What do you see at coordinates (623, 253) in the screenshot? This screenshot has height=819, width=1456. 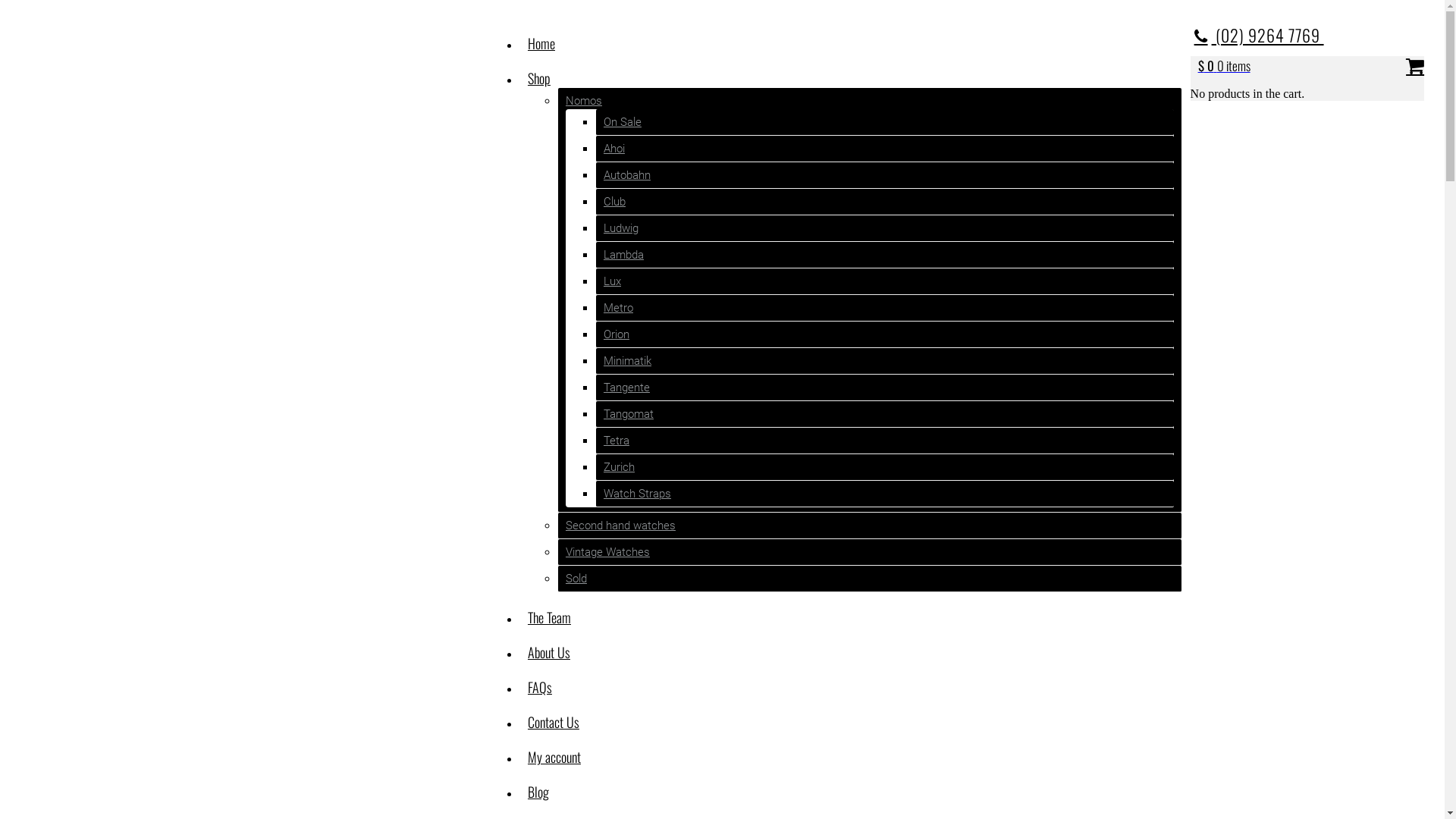 I see `'Lambda'` at bounding box center [623, 253].